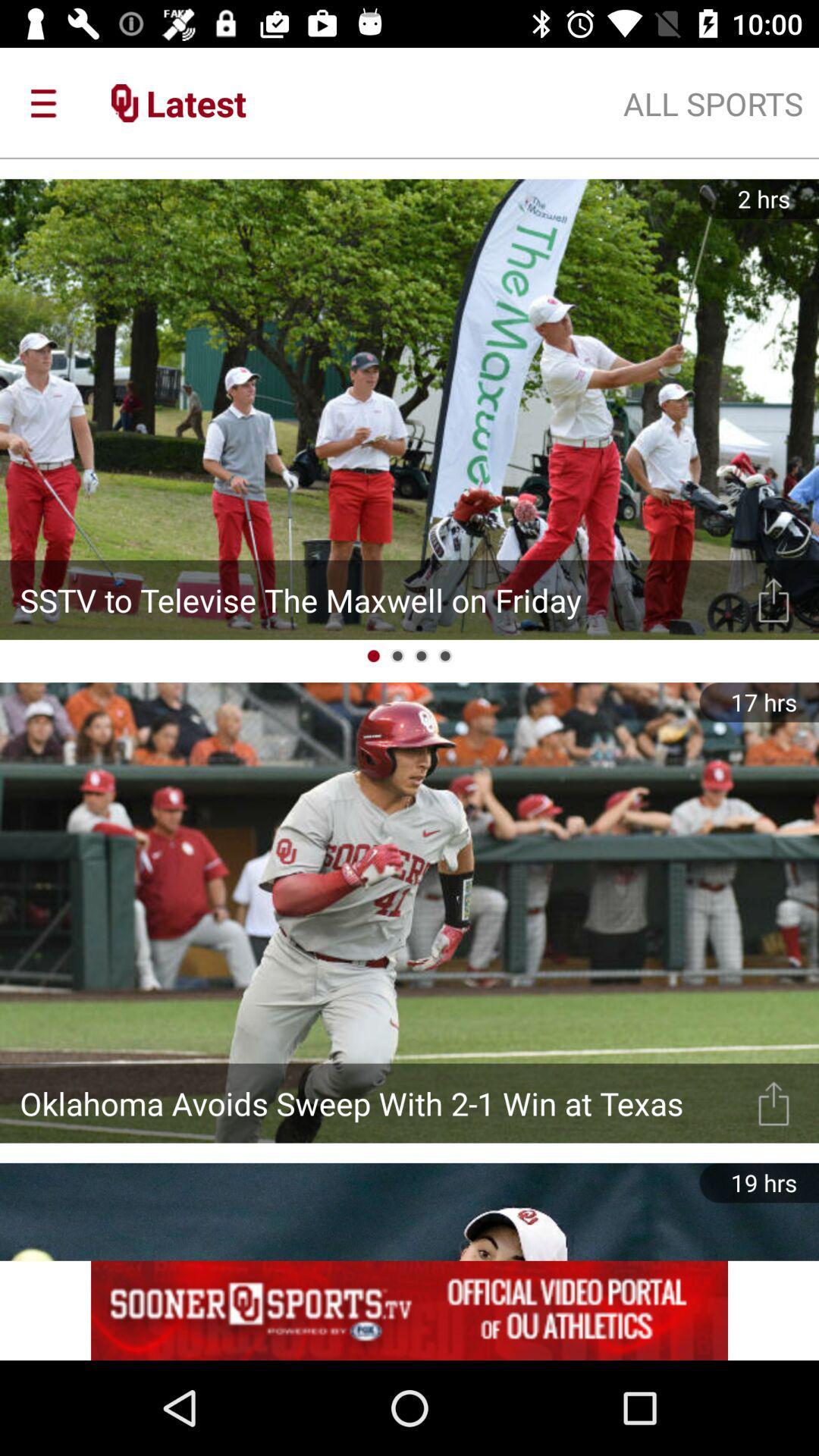 Image resolution: width=819 pixels, height=1456 pixels. Describe the element at coordinates (773, 599) in the screenshot. I see `share the article` at that location.